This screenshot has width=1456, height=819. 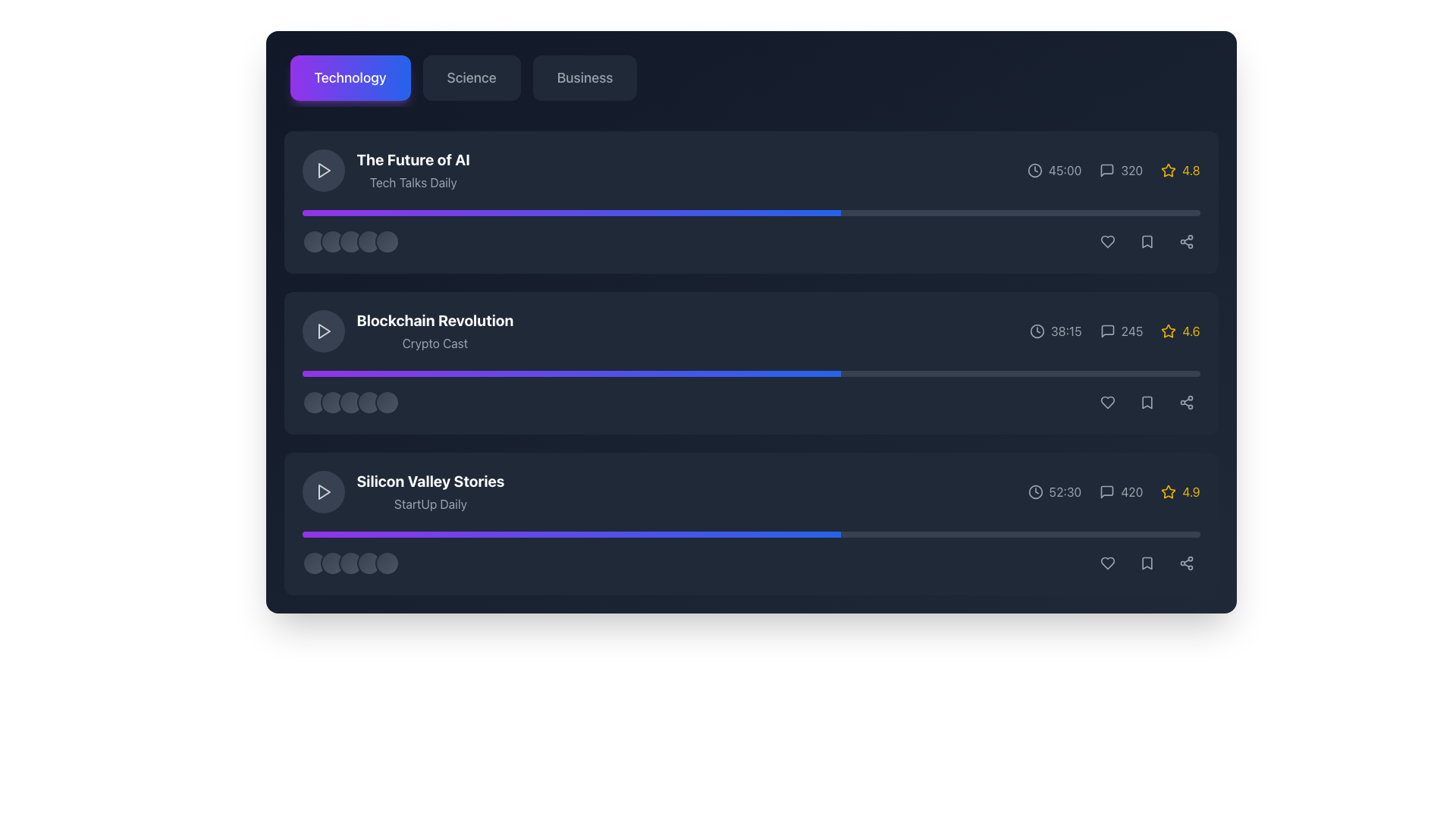 What do you see at coordinates (322, 330) in the screenshot?
I see `the play button for the podcast episode titled 'Blockchain Revolution'` at bounding box center [322, 330].